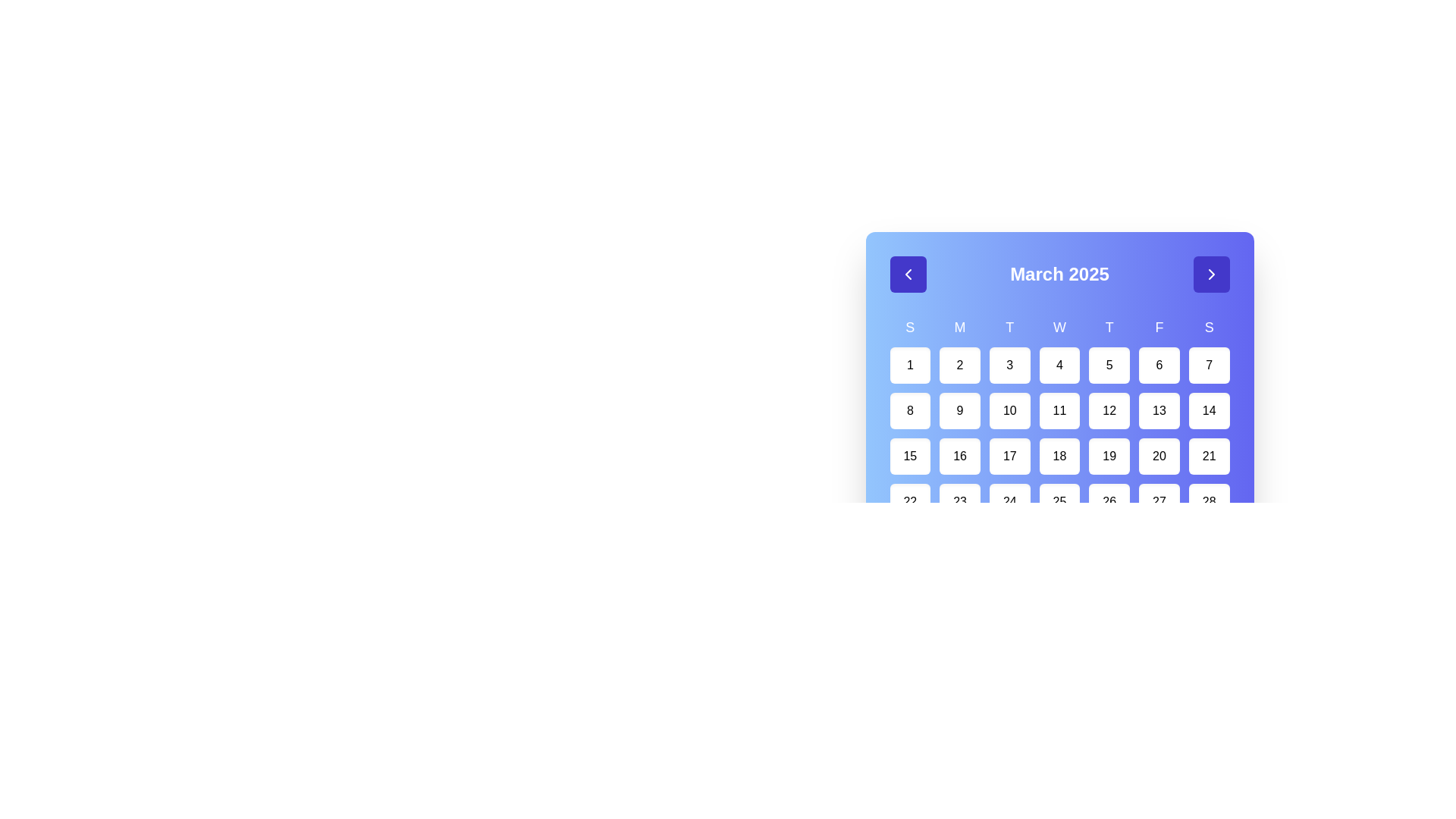 This screenshot has width=1456, height=819. I want to click on the button located at the top-left corner of the calendar view, so click(908, 275).